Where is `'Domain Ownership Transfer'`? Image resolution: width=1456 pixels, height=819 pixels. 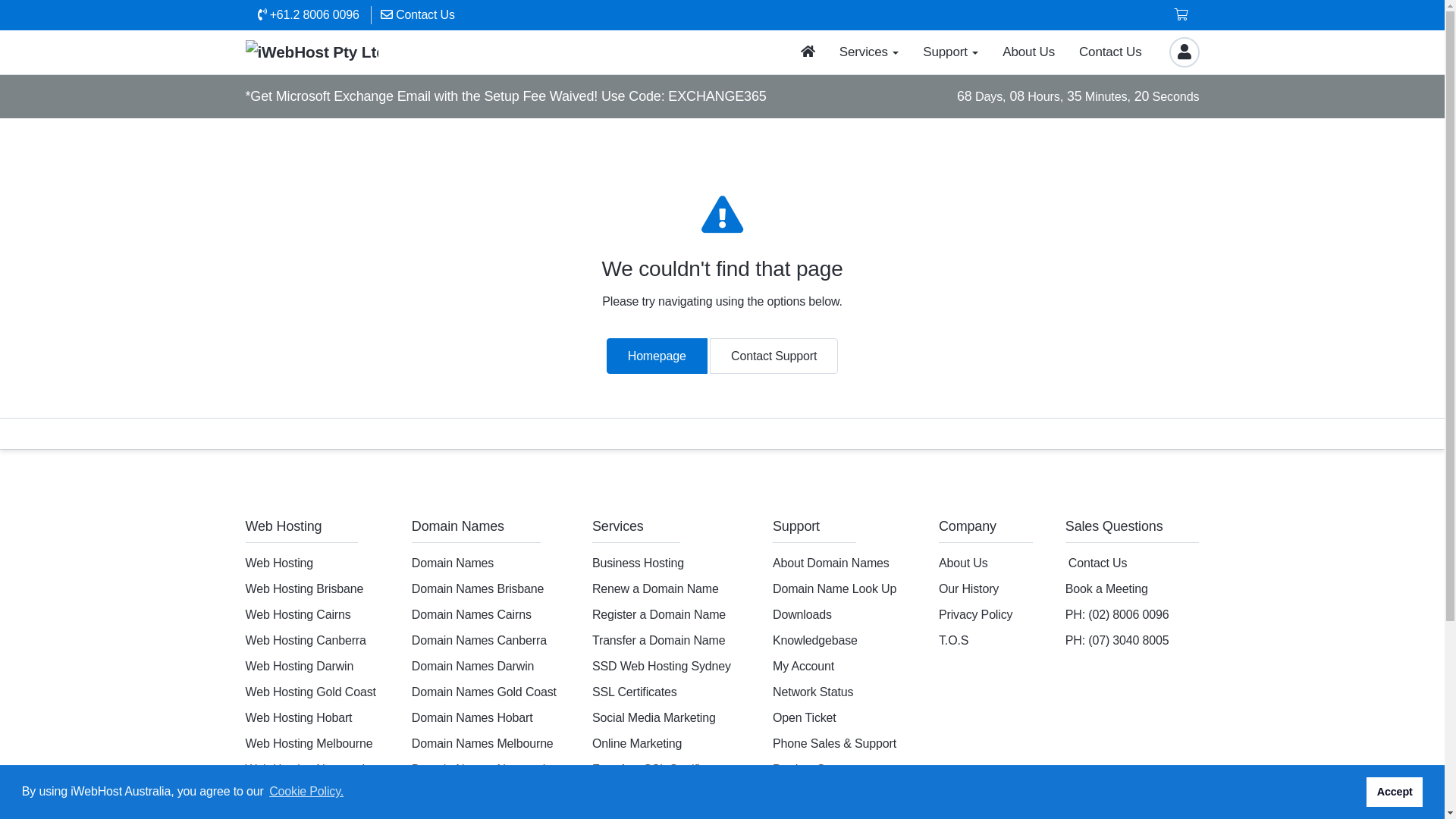 'Domain Ownership Transfer' is located at coordinates (591, 794).